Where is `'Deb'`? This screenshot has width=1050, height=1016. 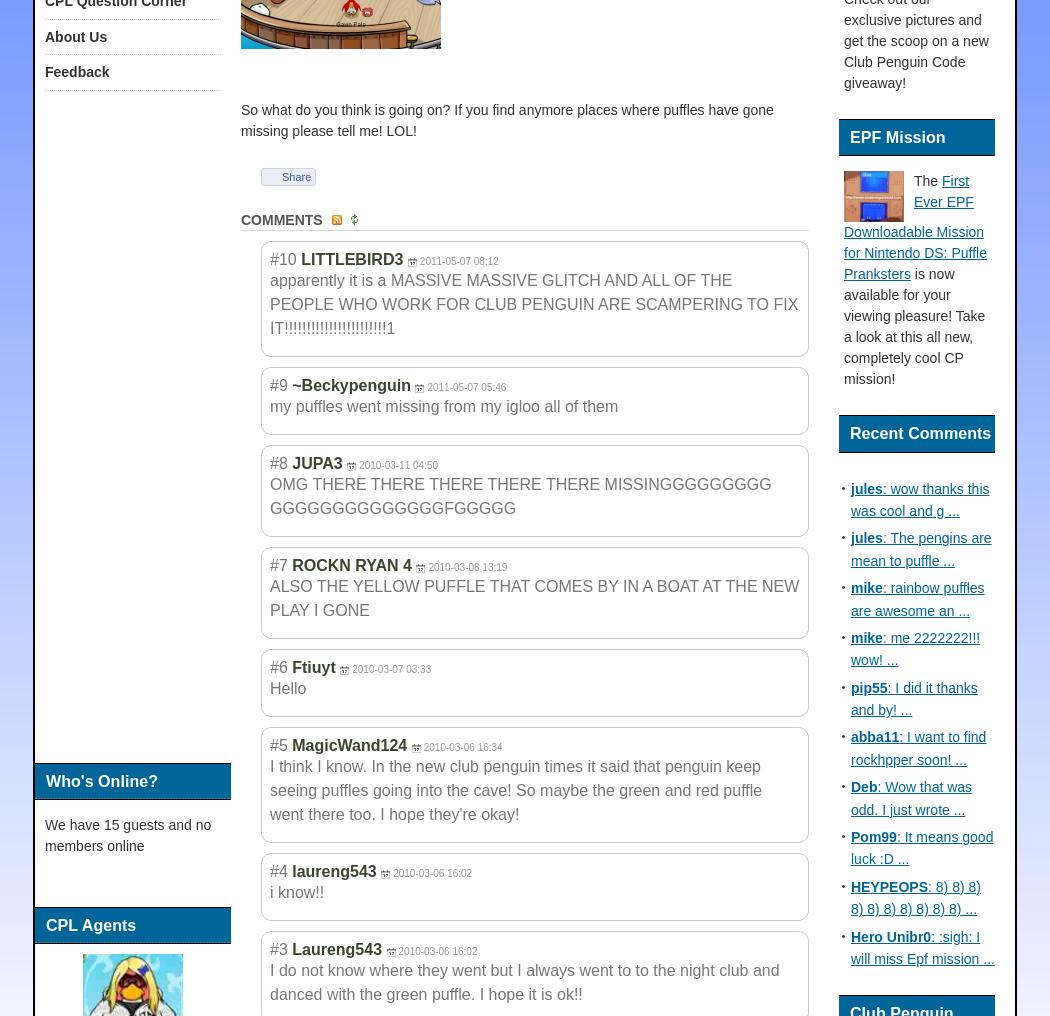 'Deb' is located at coordinates (863, 785).